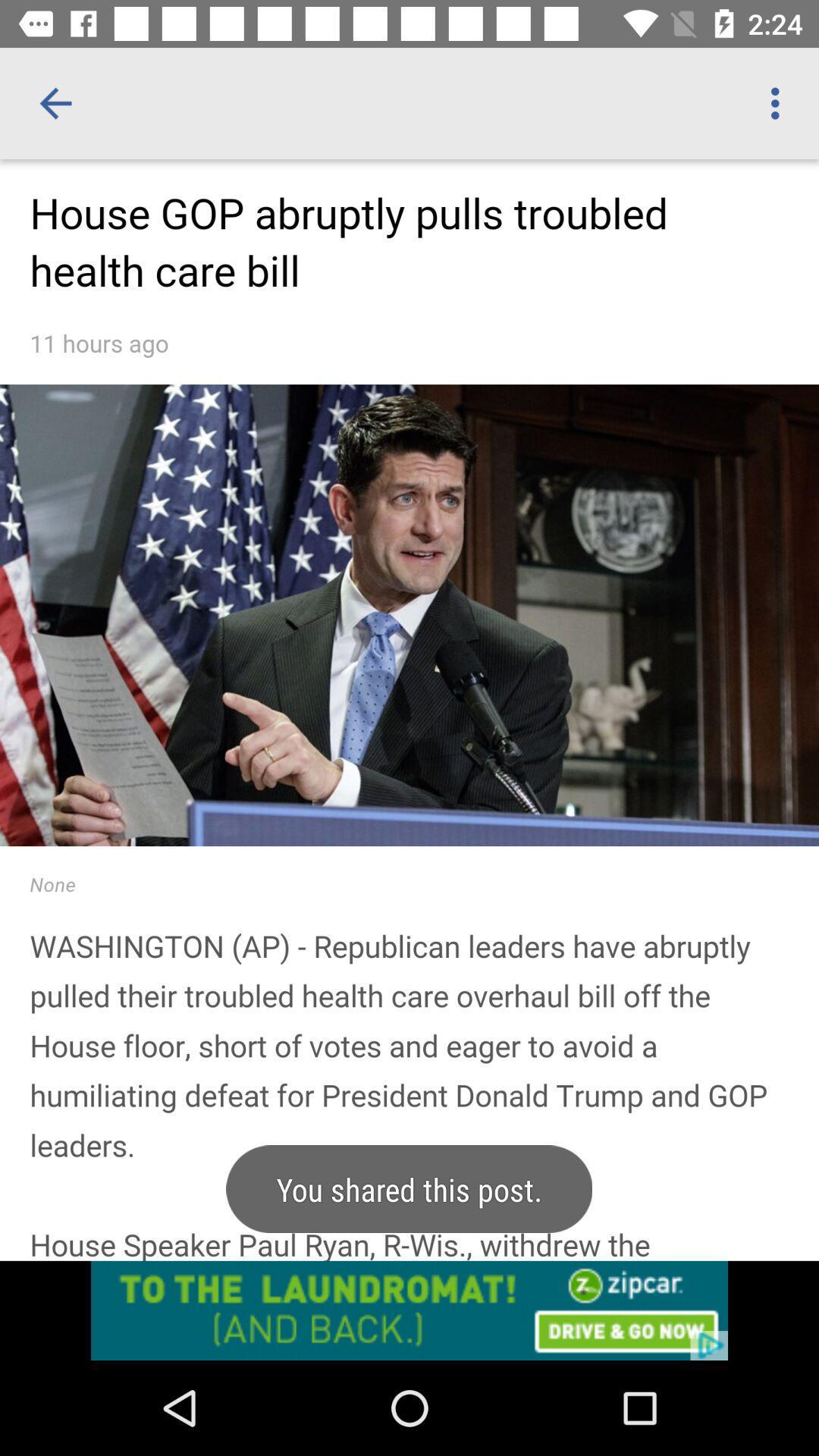 The height and width of the screenshot is (1456, 819). What do you see at coordinates (409, 1310) in the screenshot?
I see `the advertisement` at bounding box center [409, 1310].